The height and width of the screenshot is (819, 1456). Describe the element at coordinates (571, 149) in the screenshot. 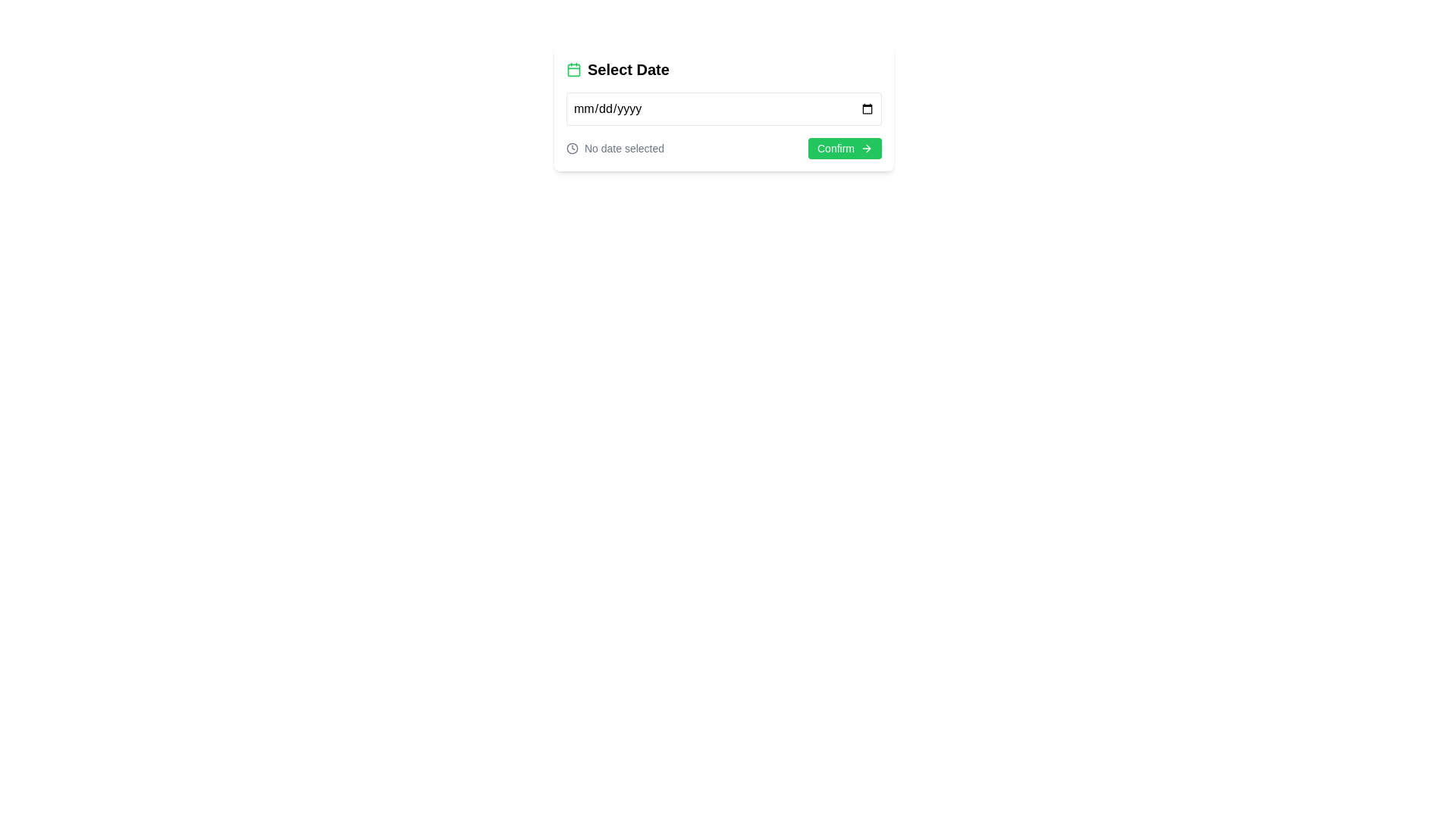

I see `the SVG circle representing the clock icon located to the left of the date input field` at that location.